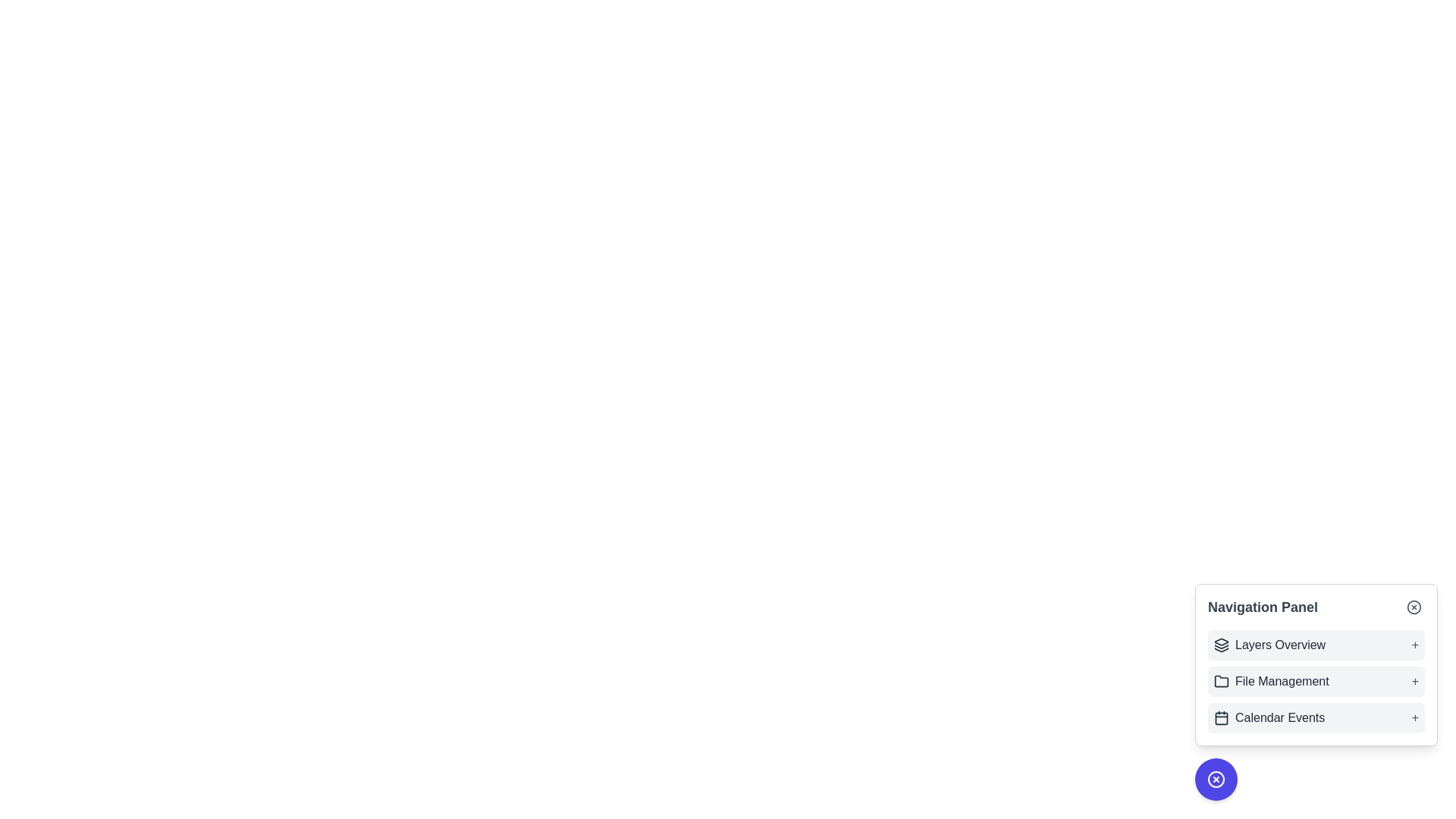 This screenshot has width=1456, height=819. Describe the element at coordinates (1216, 780) in the screenshot. I see `the circular indigo-blue button with a white border and an 'X' icon at the center, located at the bottom-right corner beneath the 'Navigation Panel', to observe the tooltip or color change` at that location.